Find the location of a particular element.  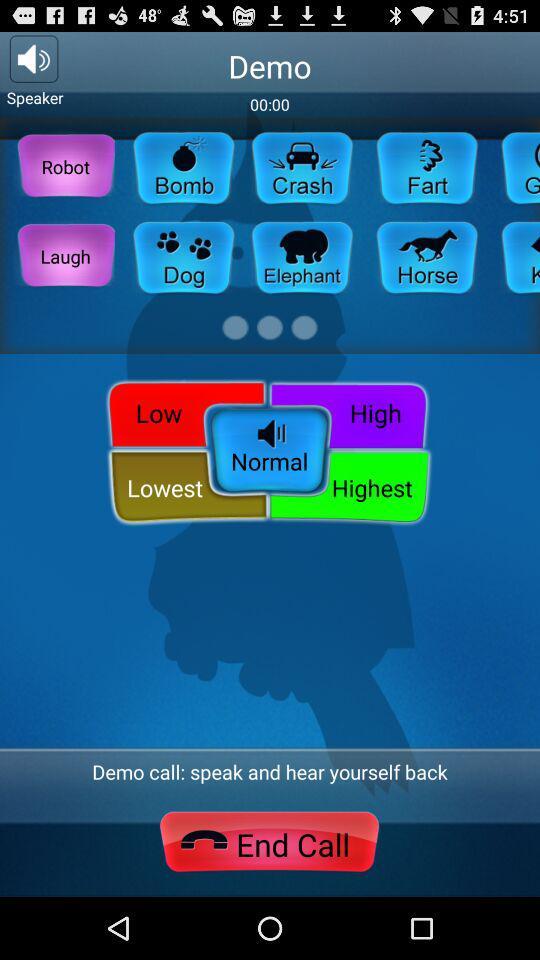

lowest button is located at coordinates (188, 486).